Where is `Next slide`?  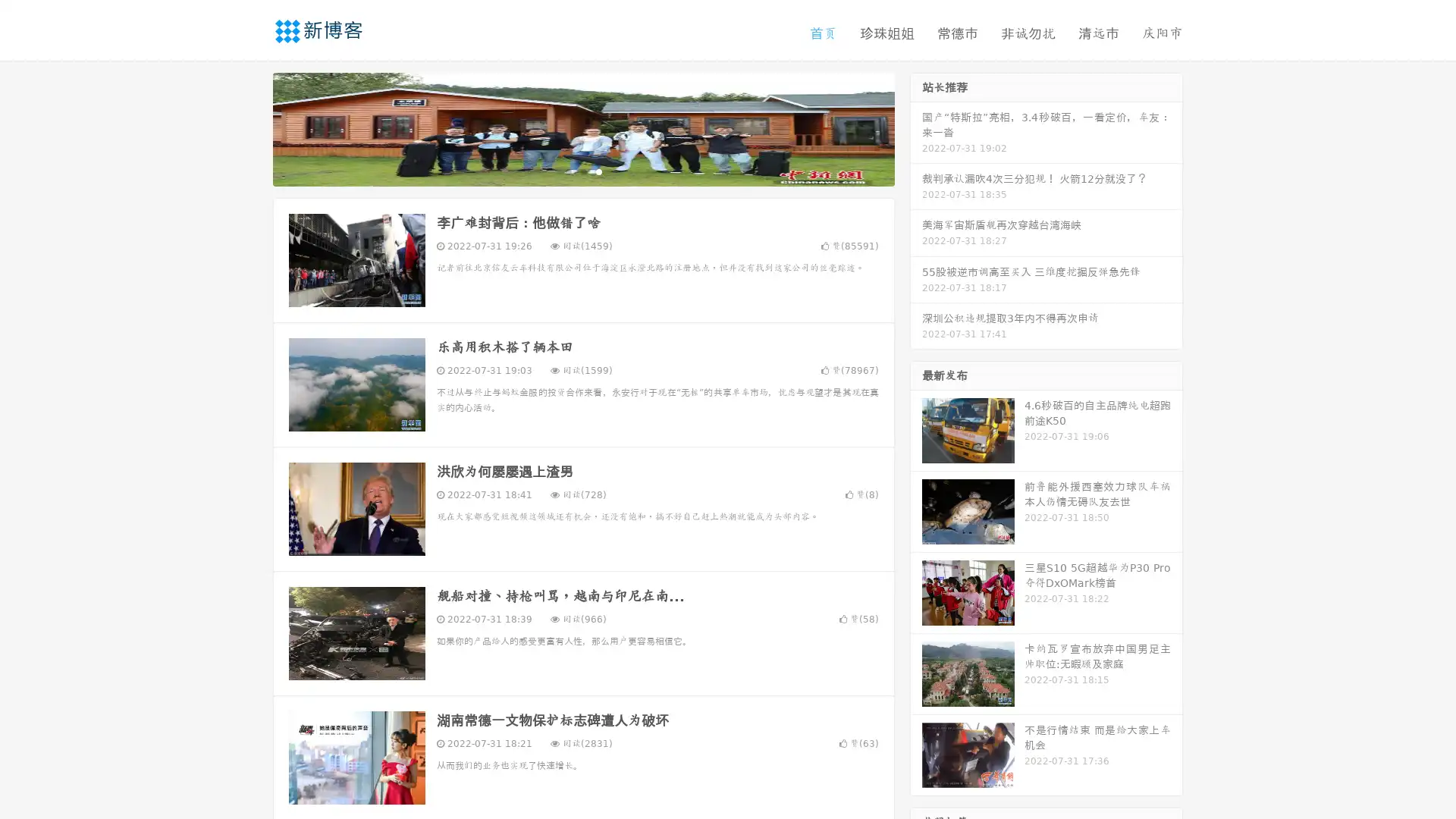
Next slide is located at coordinates (916, 127).